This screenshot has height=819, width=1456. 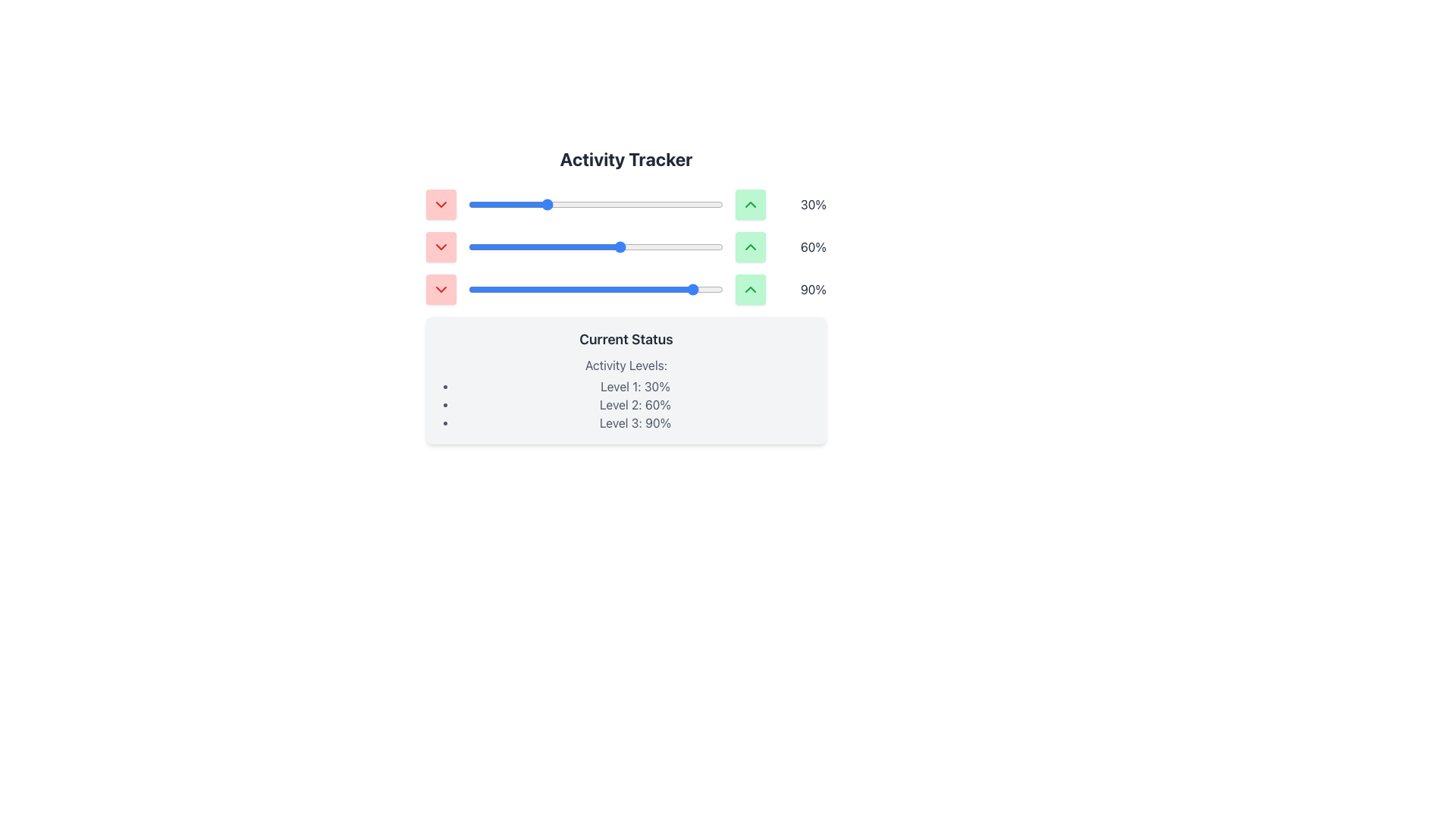 I want to click on the slider, so click(x=702, y=289).